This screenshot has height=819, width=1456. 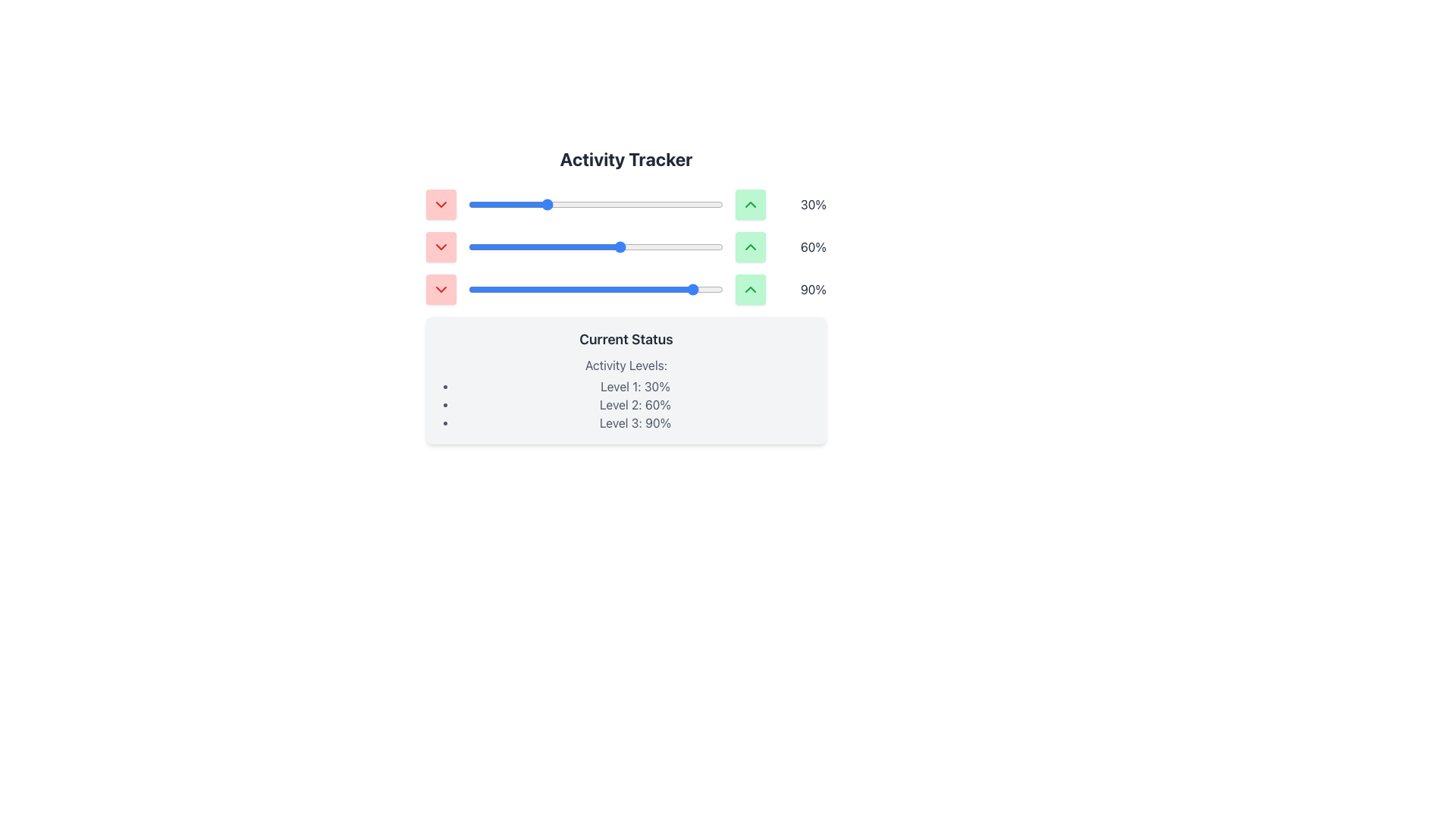 I want to click on the slider, so click(x=702, y=289).